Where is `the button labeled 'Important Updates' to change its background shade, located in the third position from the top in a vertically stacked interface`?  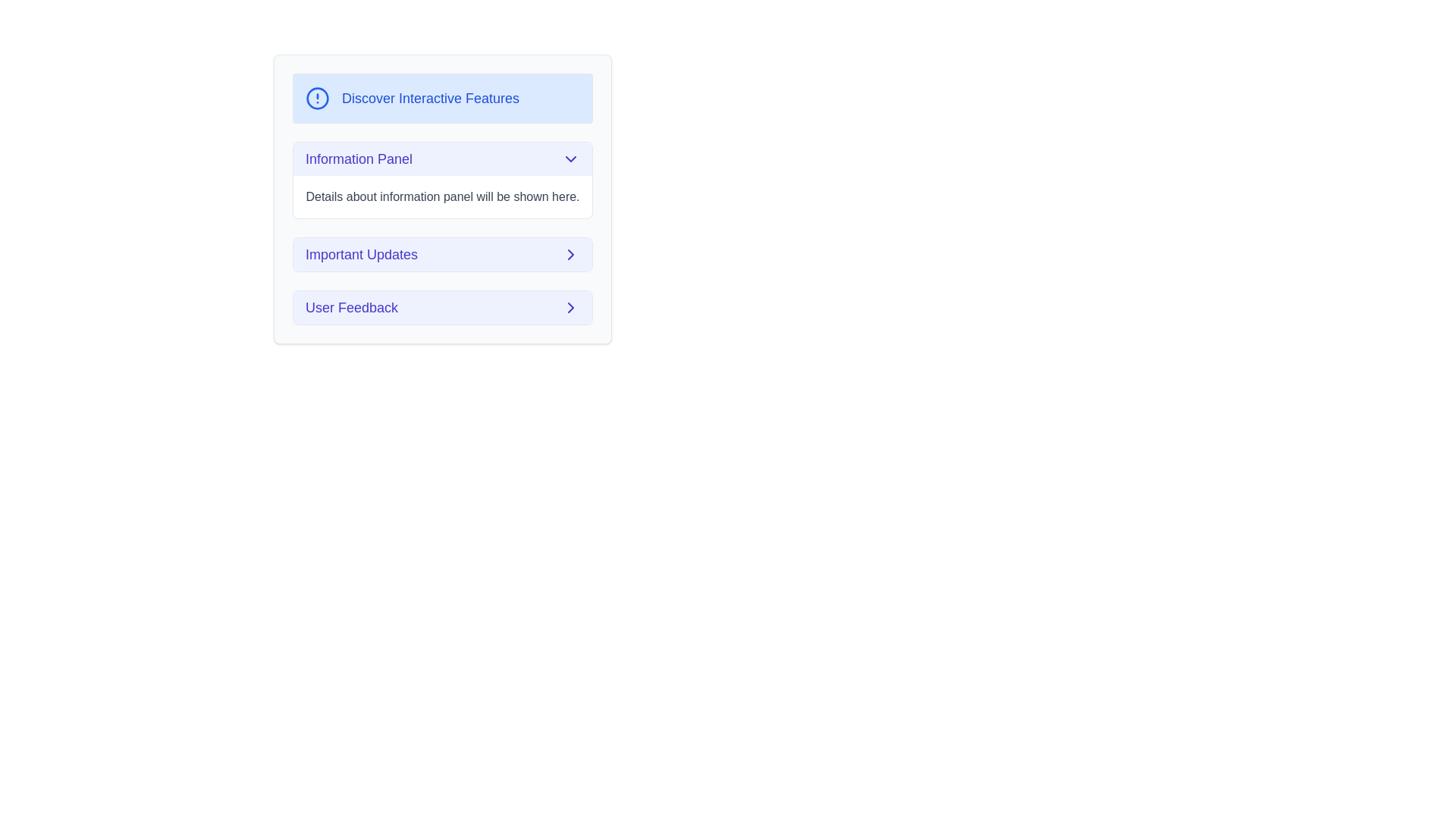
the button labeled 'Important Updates' to change its background shade, located in the third position from the top in a vertically stacked interface is located at coordinates (442, 253).